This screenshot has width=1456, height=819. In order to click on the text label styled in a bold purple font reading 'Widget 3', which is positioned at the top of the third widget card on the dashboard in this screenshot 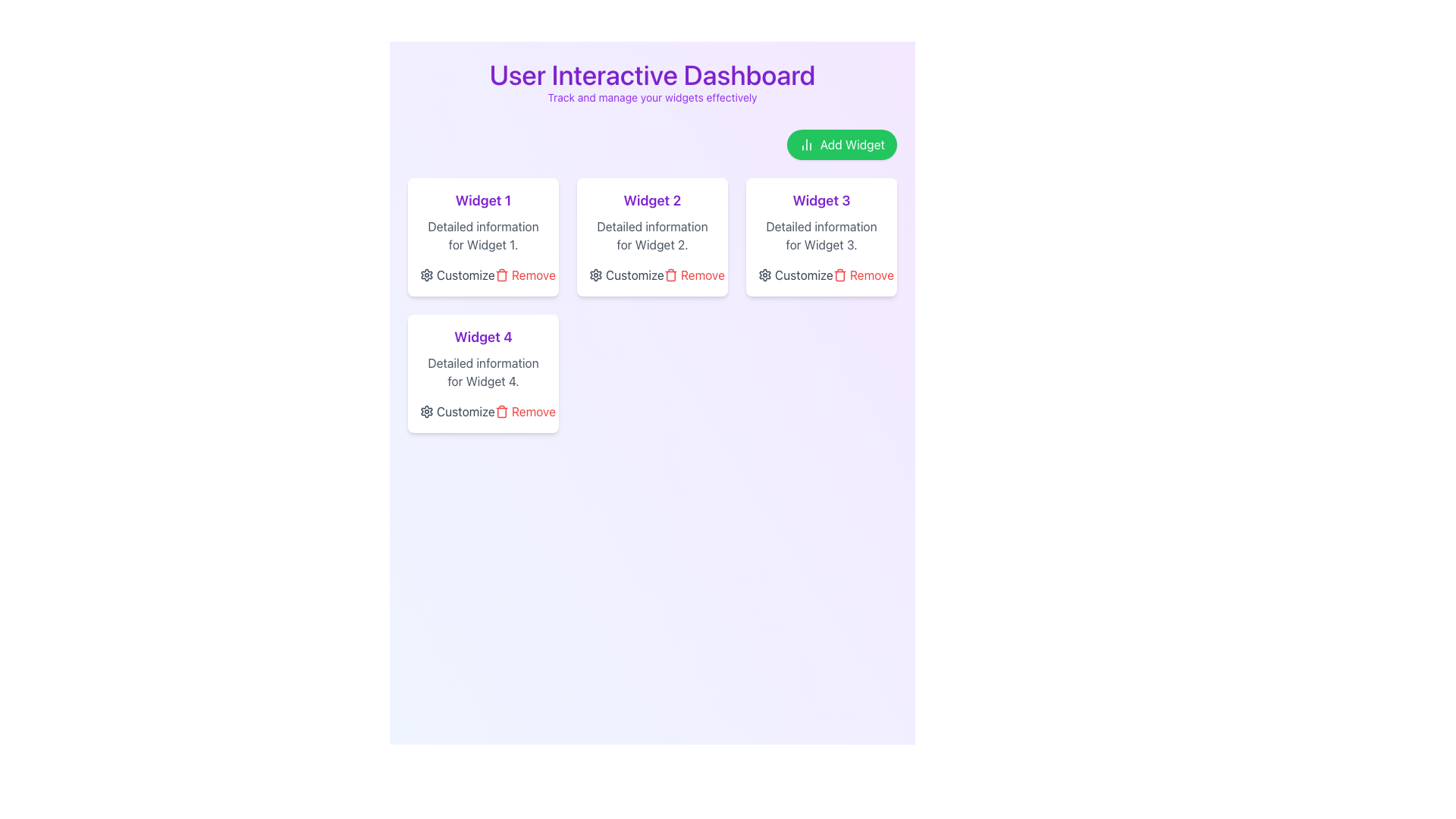, I will do `click(821, 200)`.